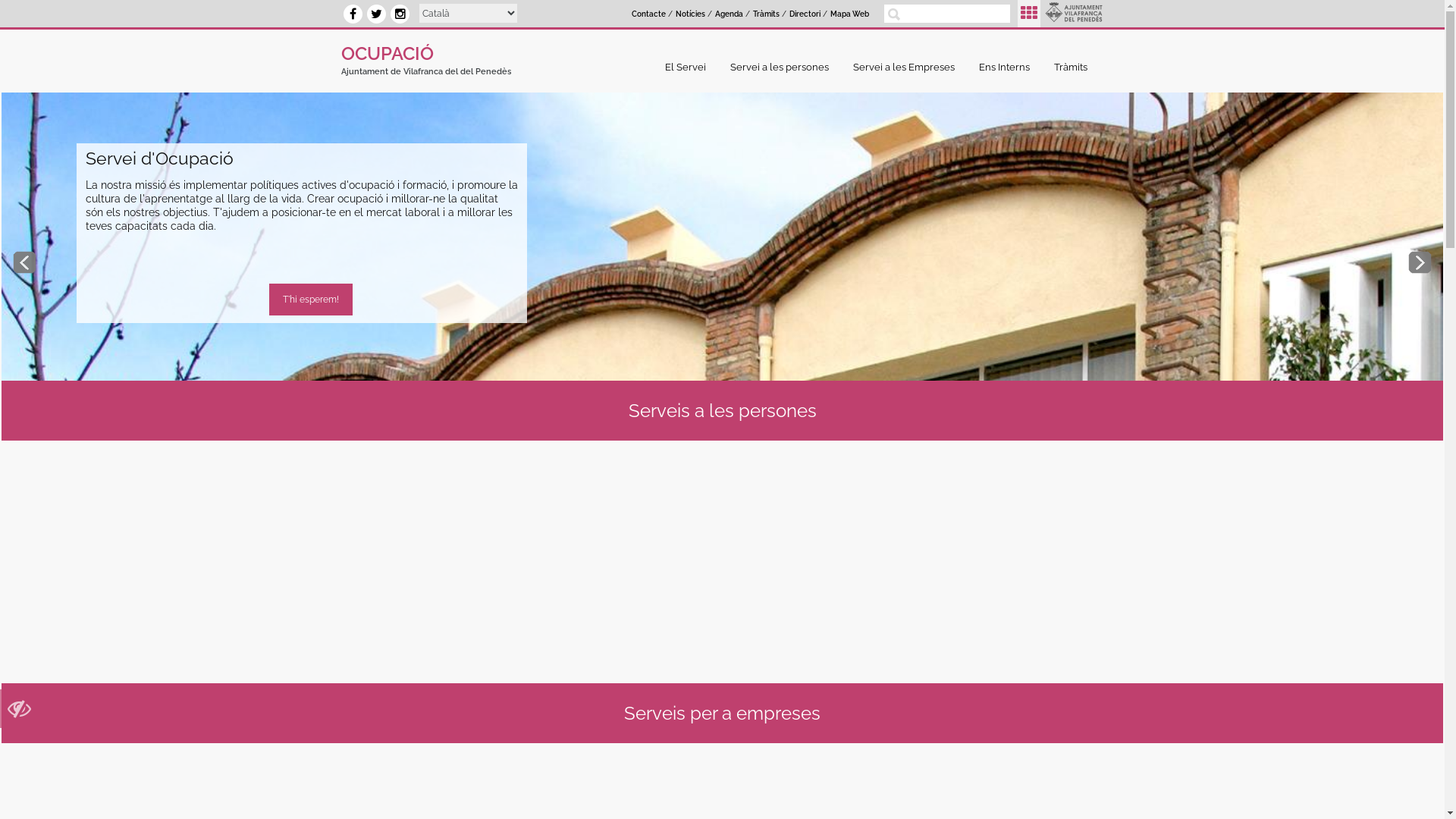 This screenshot has width=1456, height=819. Describe the element at coordinates (648, 14) in the screenshot. I see `'Contacte'` at that location.